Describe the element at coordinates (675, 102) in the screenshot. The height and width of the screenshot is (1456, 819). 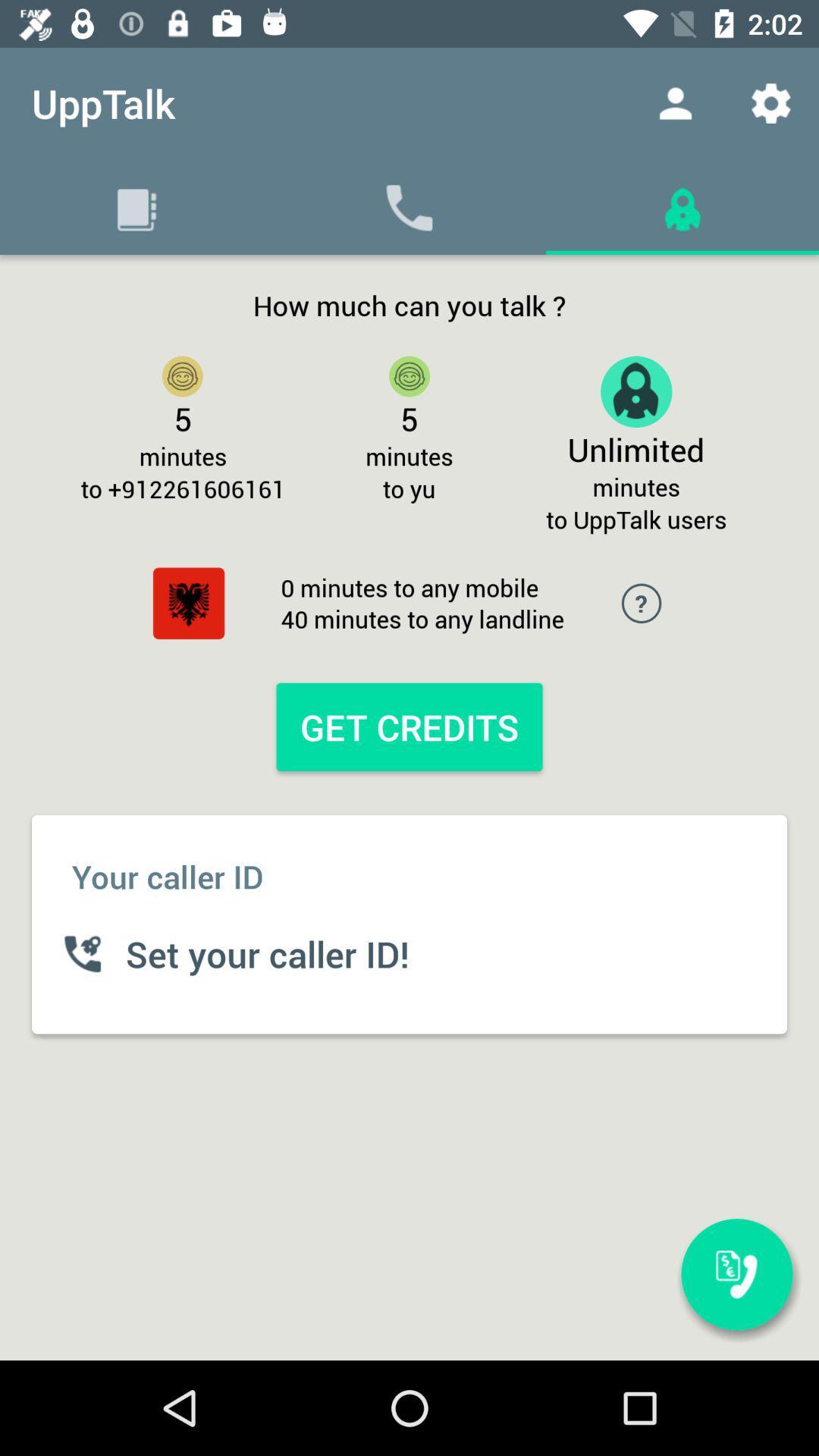
I see `item next to the upptalk icon` at that location.